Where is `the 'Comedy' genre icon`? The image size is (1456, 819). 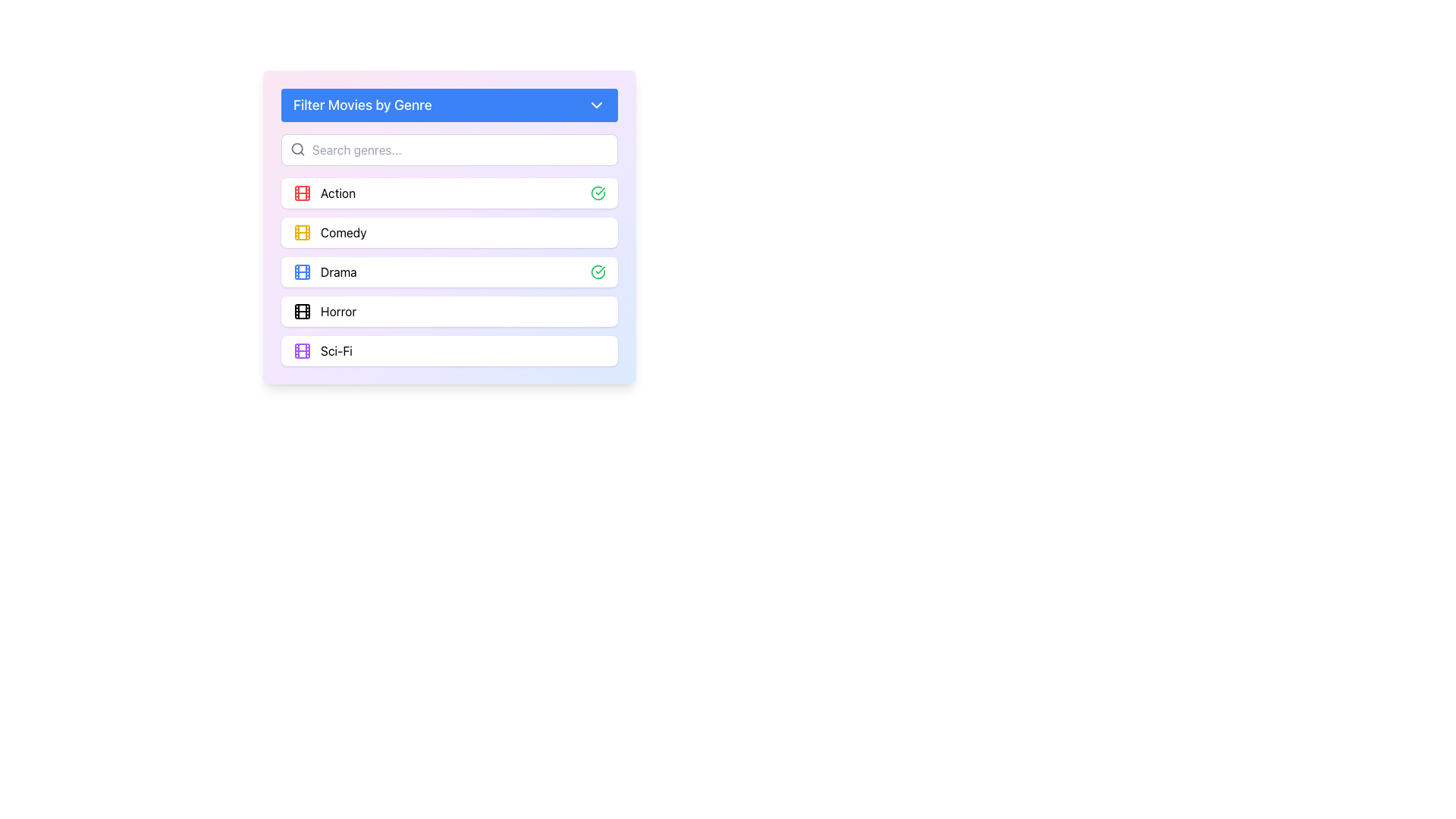
the 'Comedy' genre icon is located at coordinates (302, 233).